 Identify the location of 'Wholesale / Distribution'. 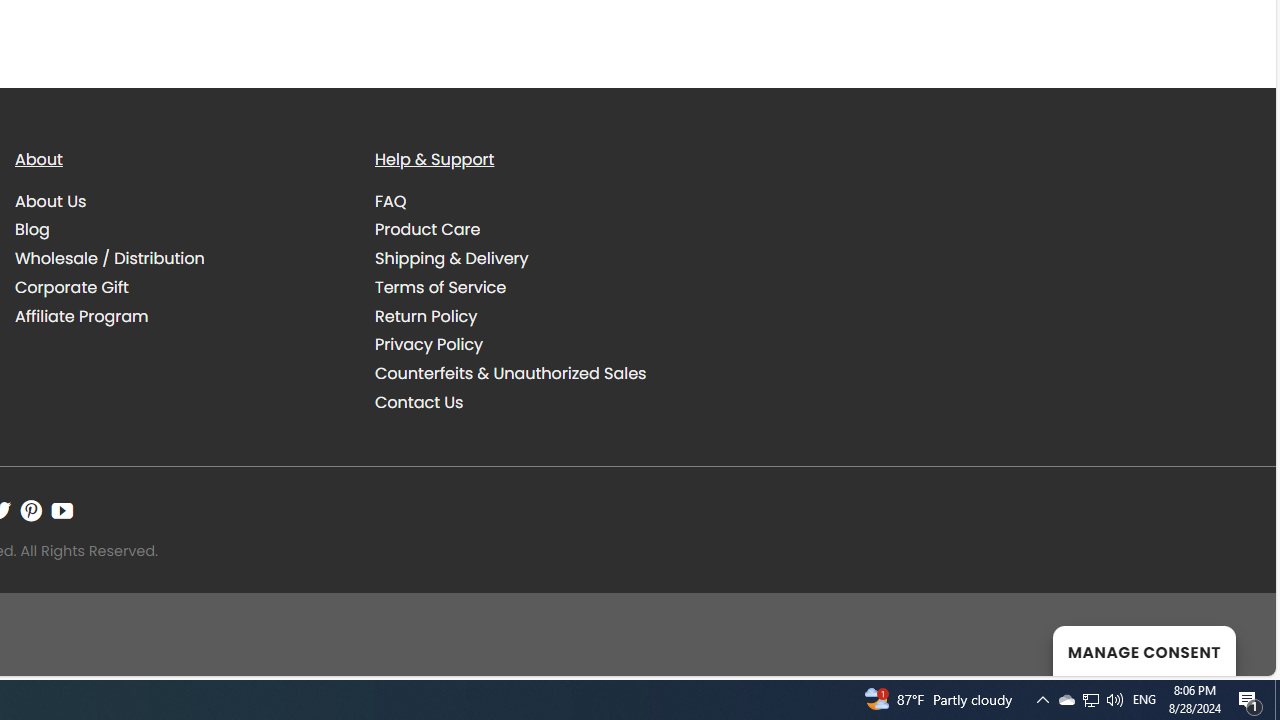
(180, 258).